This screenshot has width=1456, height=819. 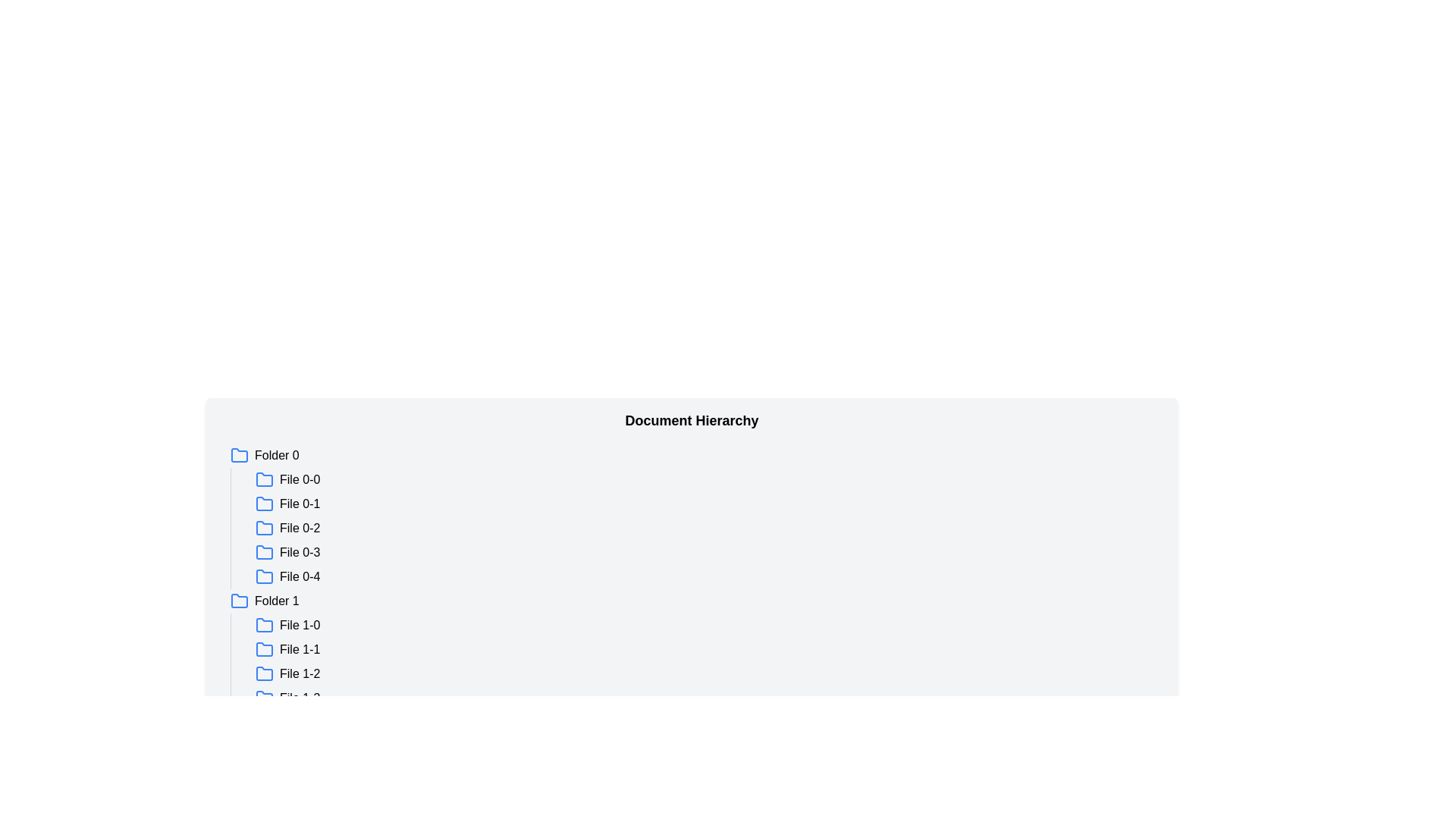 What do you see at coordinates (277, 601) in the screenshot?
I see `the text label 'Folder 1'` at bounding box center [277, 601].